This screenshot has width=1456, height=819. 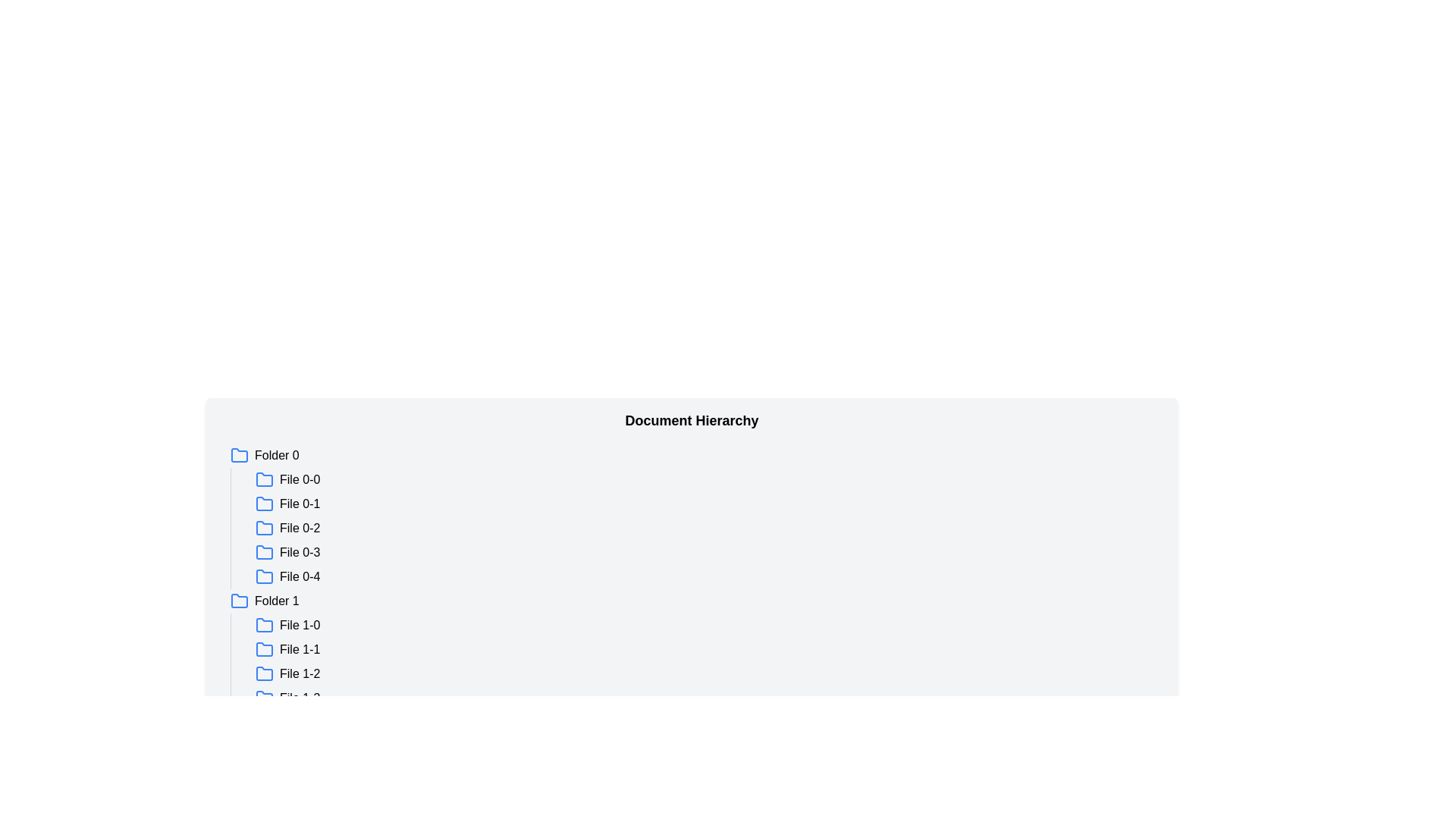 What do you see at coordinates (277, 601) in the screenshot?
I see `the text label 'Folder 1'` at bounding box center [277, 601].